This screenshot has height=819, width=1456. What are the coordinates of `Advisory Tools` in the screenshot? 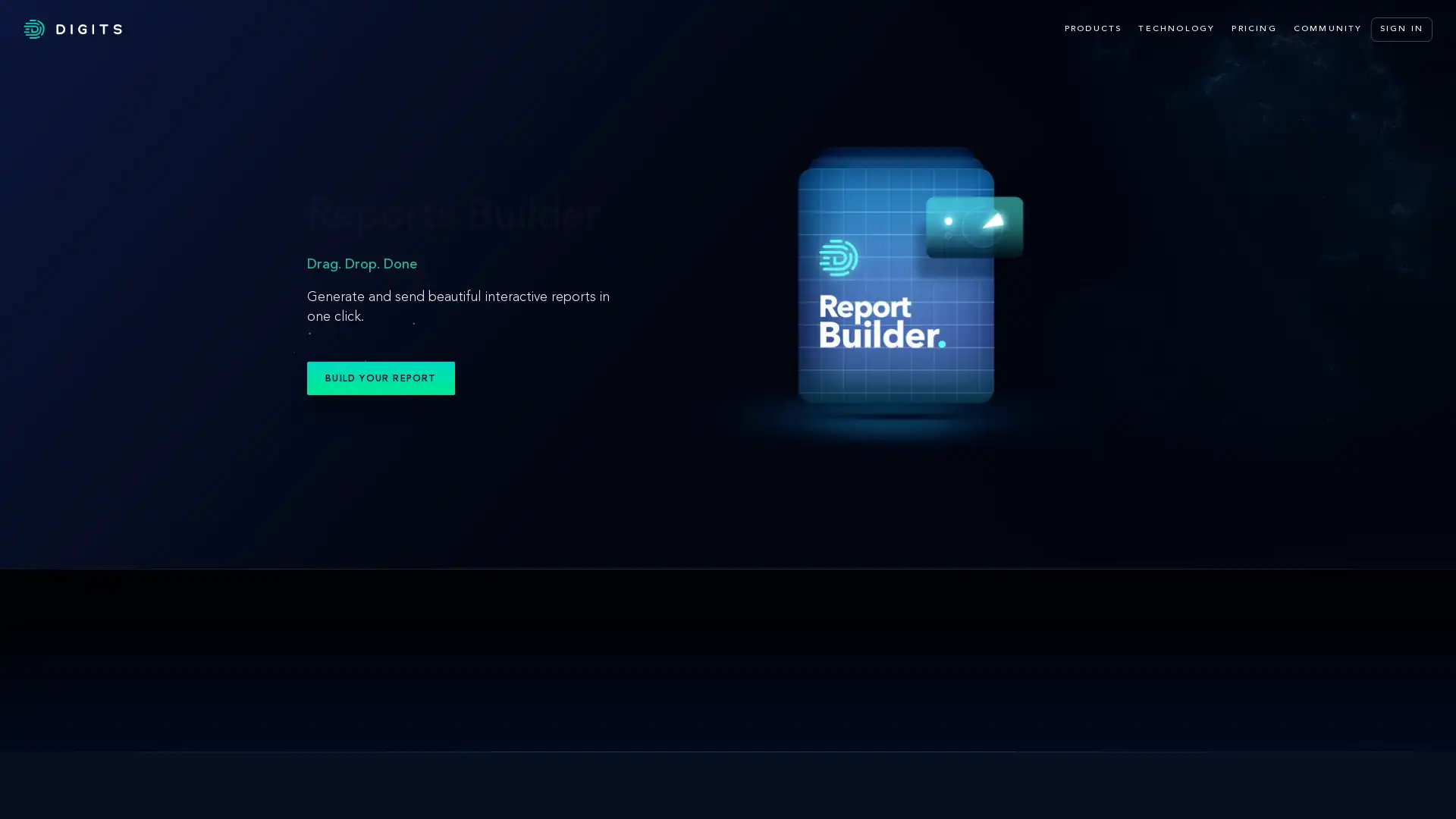 It's located at (1092, 472).